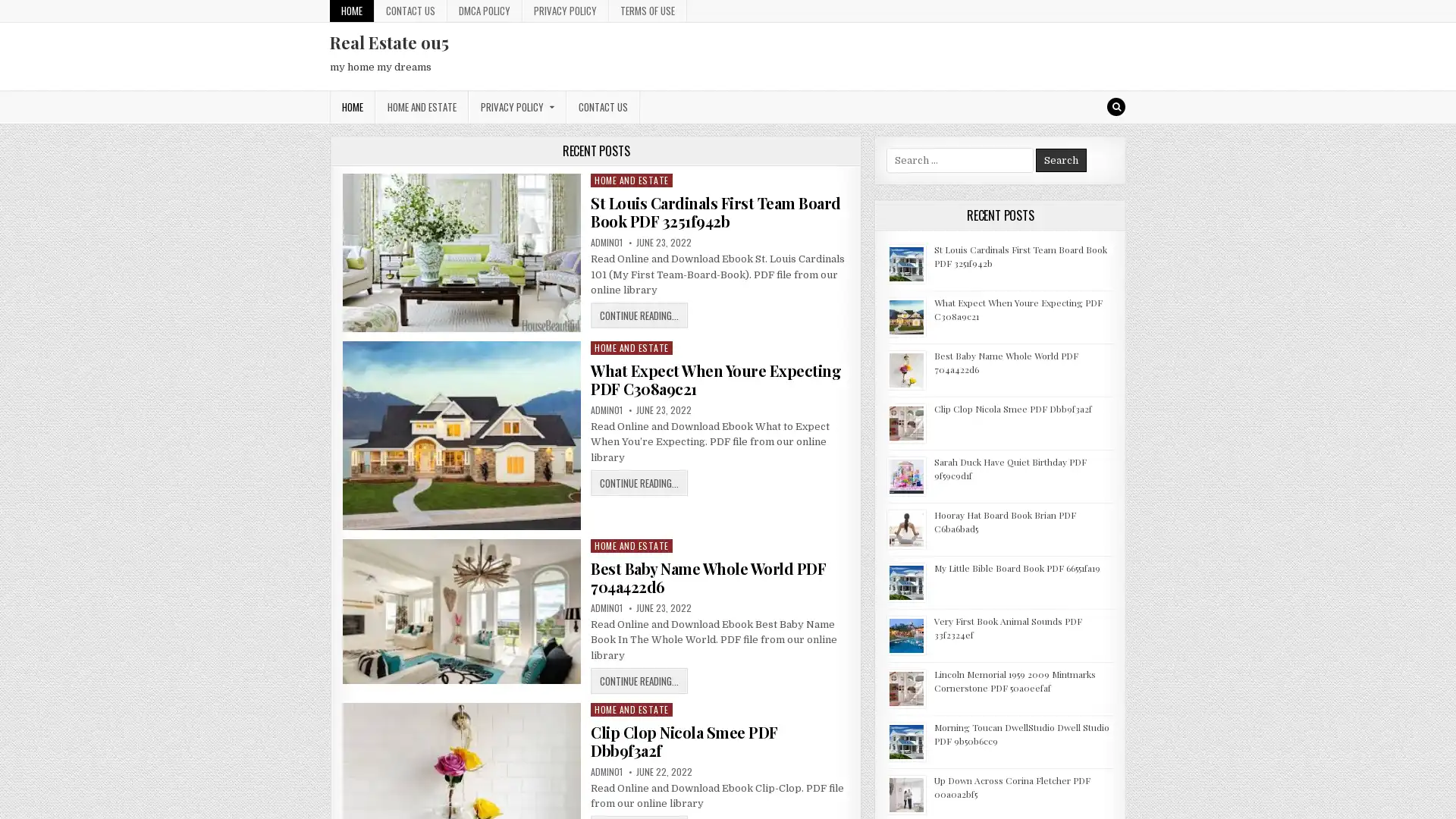  What do you see at coordinates (1060, 160) in the screenshot?
I see `Search` at bounding box center [1060, 160].